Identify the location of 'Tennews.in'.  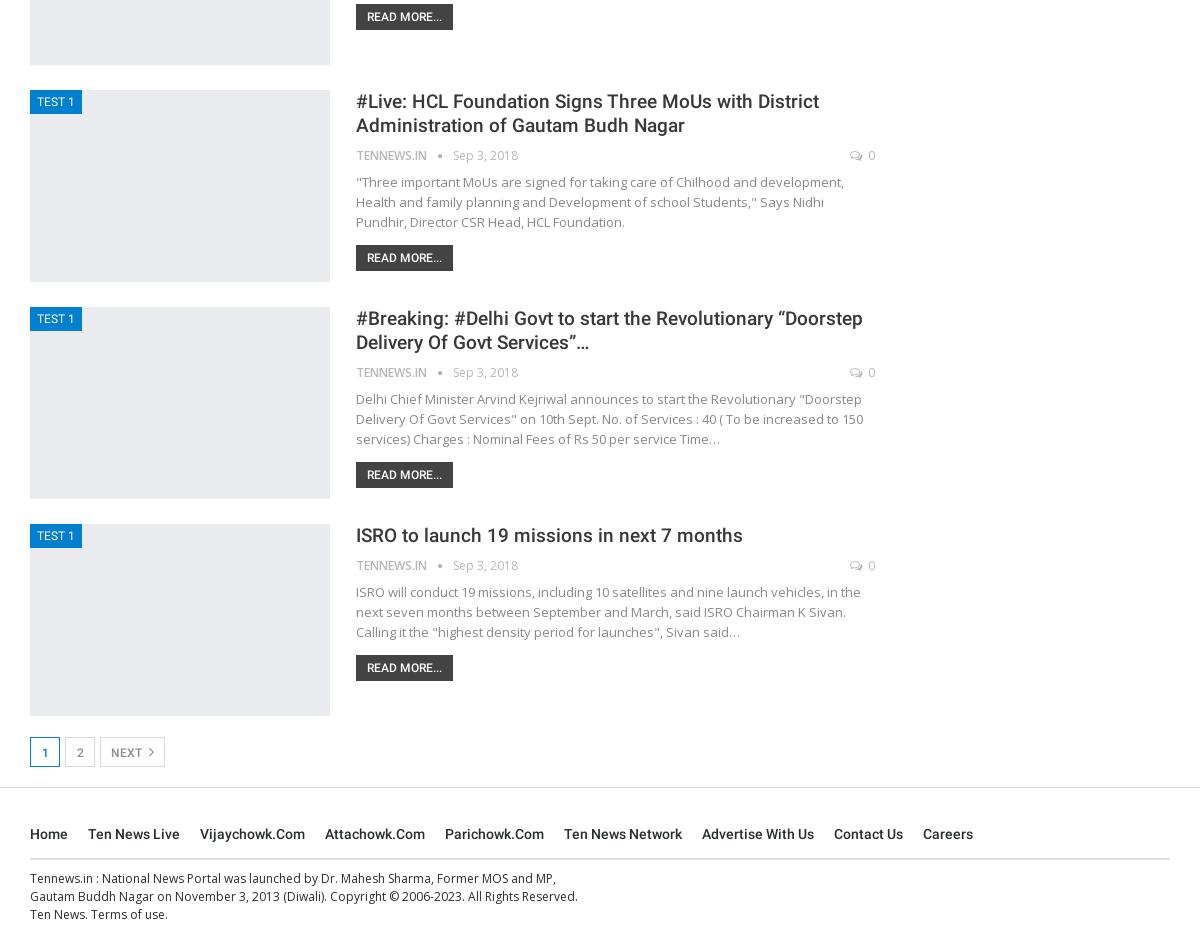
(61, 877).